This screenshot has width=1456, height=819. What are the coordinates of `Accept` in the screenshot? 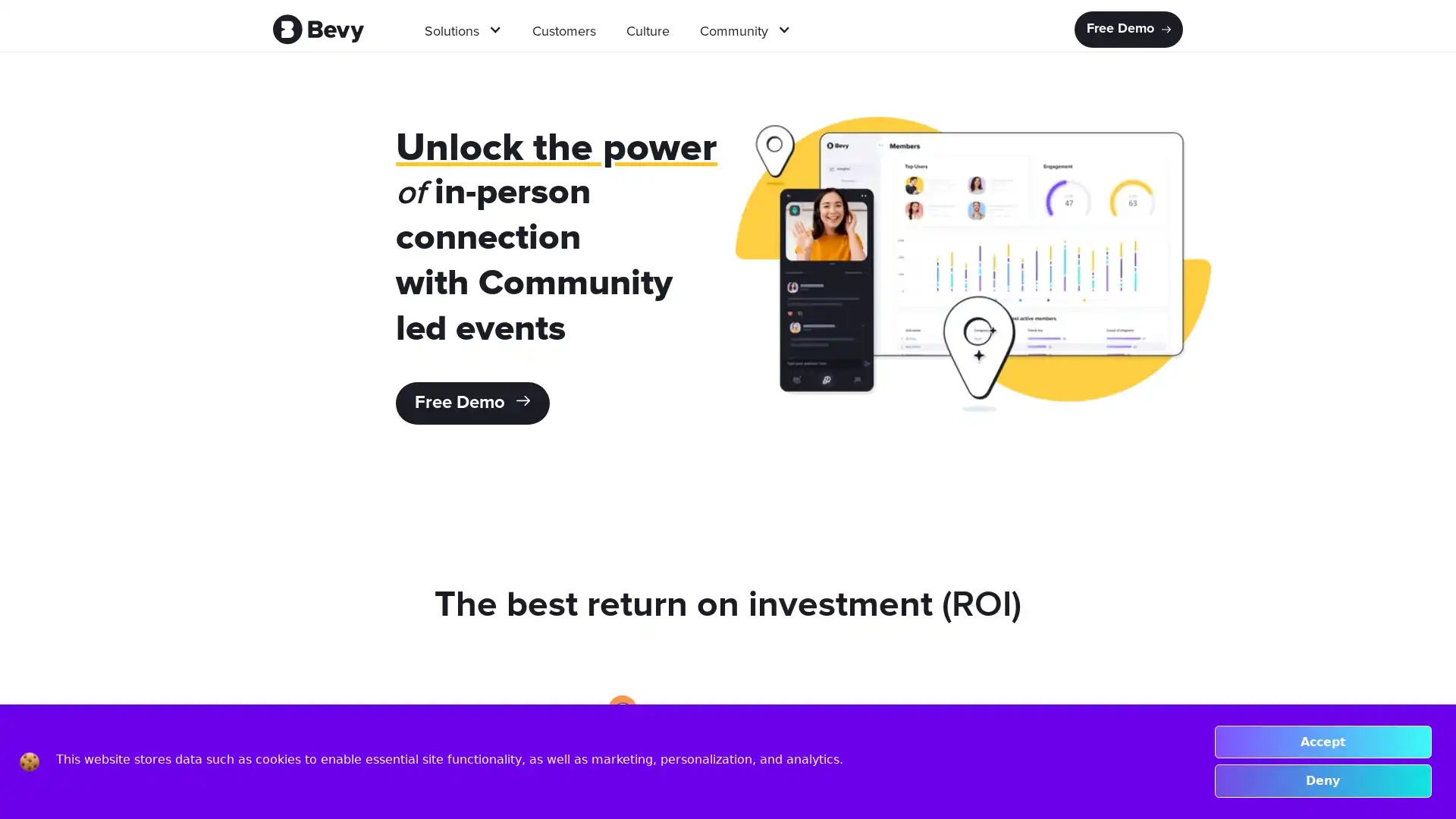 It's located at (1322, 741).